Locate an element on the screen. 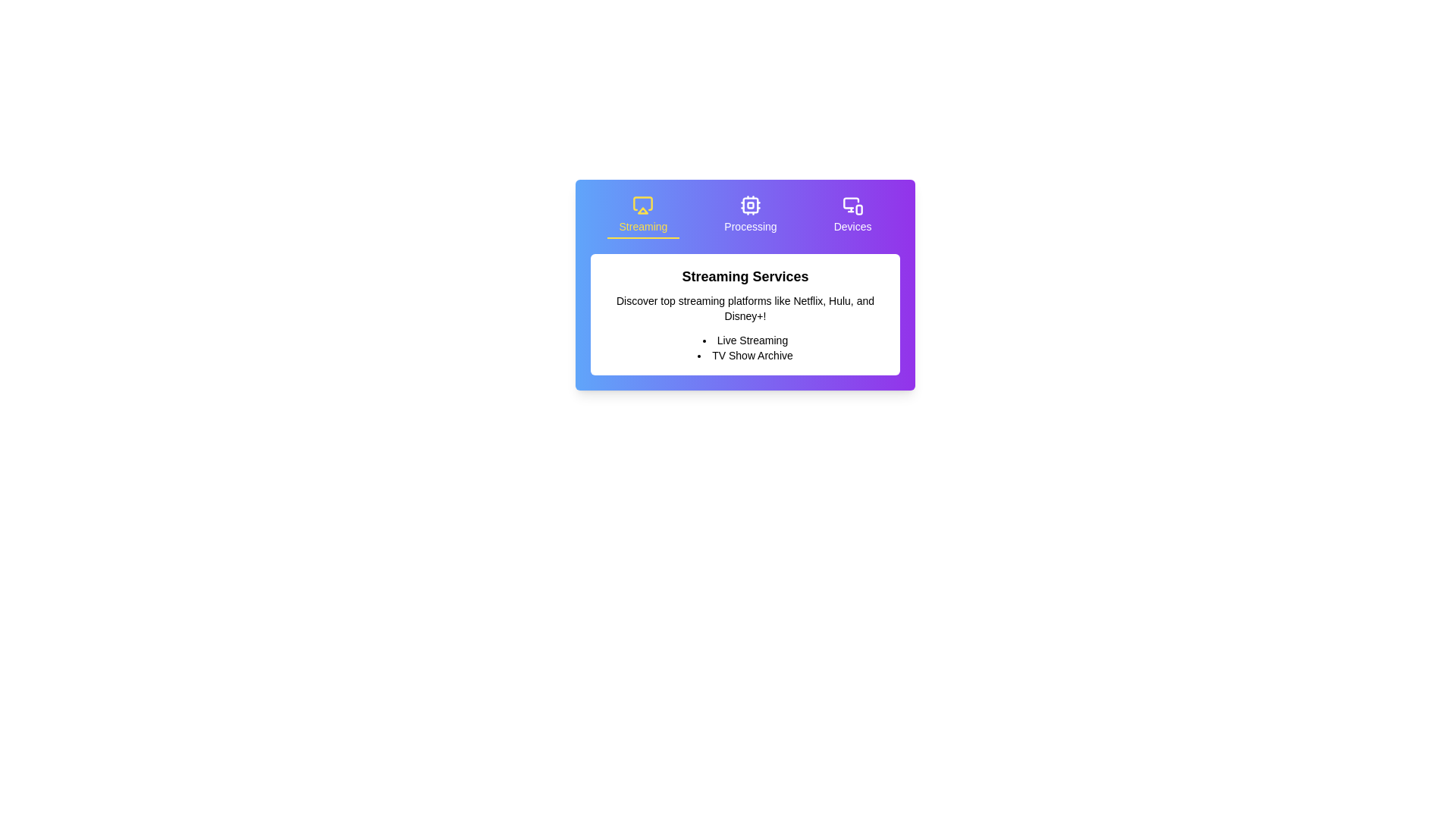  the 'Streaming' tab-like button, which is the first tab in a group of three at the top of the card component is located at coordinates (643, 216).